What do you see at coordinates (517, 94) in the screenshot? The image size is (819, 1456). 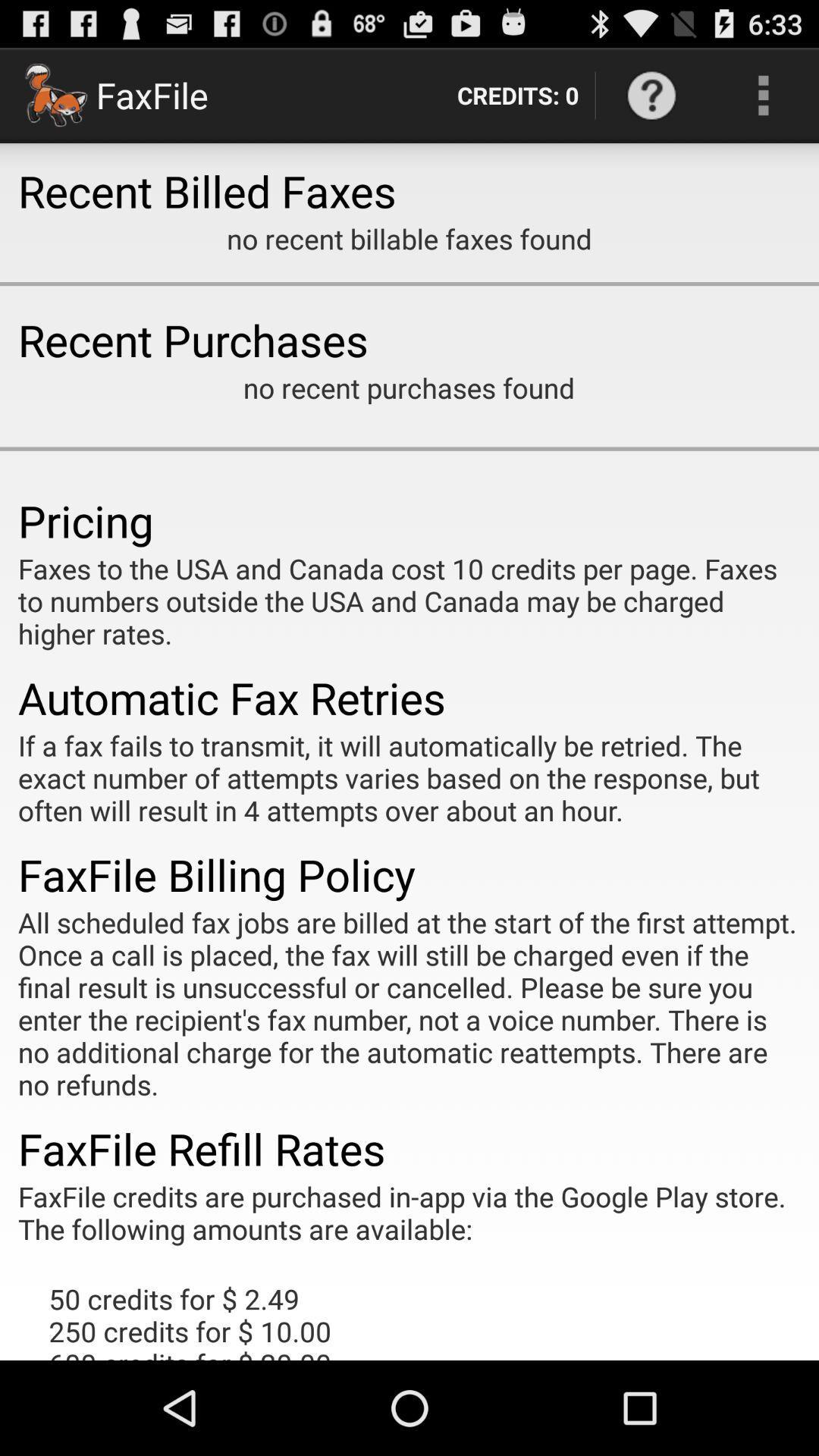 I see `the icon to the right of the faxfile icon` at bounding box center [517, 94].